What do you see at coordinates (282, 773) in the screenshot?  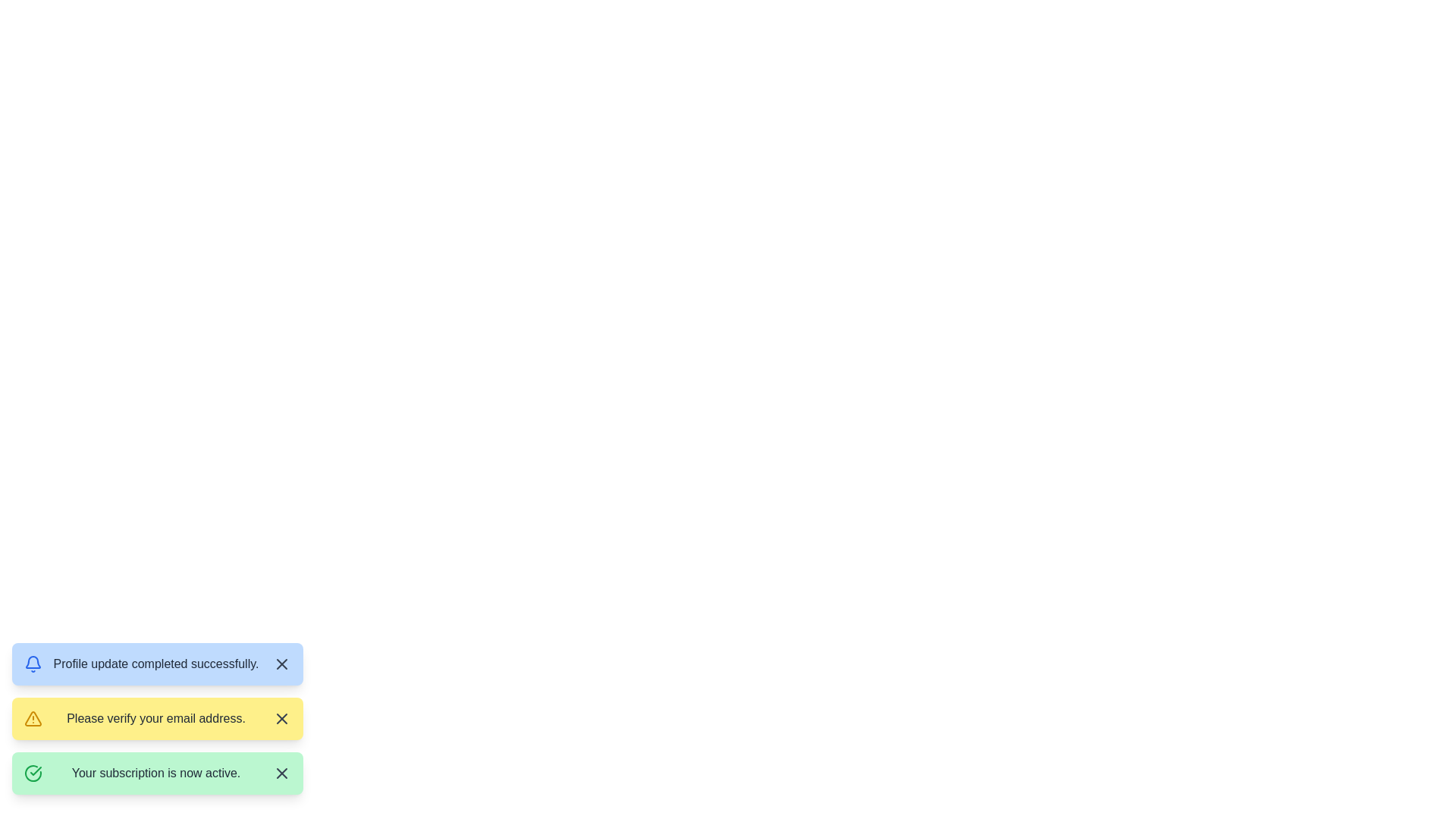 I see `the thin diagonal line segment forming part of the X symbol, which is located near the center of the small square-shaped icon used for closing notifications at the bottom-right section of the interface` at bounding box center [282, 773].